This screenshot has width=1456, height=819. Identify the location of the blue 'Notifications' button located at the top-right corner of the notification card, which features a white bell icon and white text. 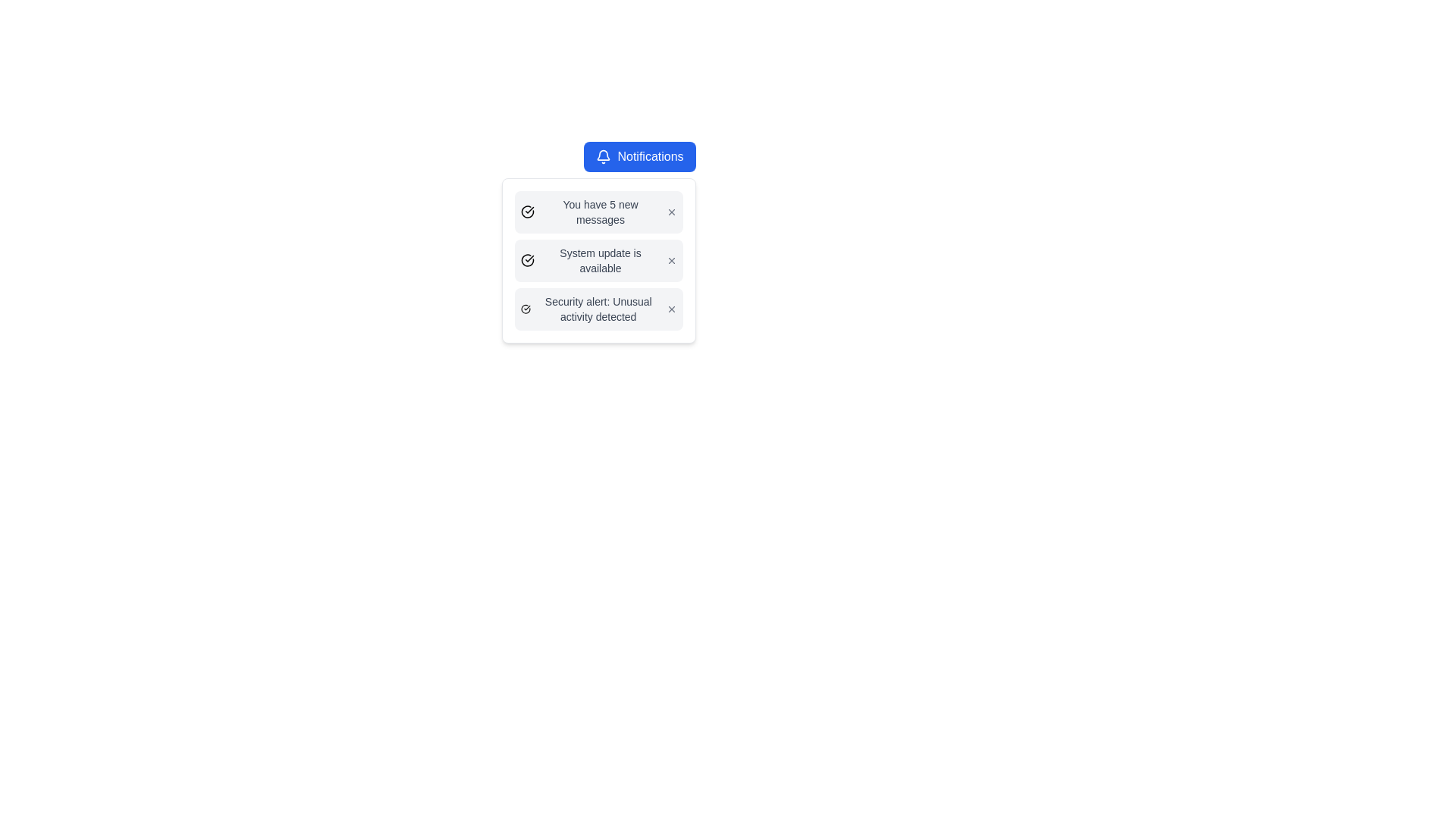
(640, 157).